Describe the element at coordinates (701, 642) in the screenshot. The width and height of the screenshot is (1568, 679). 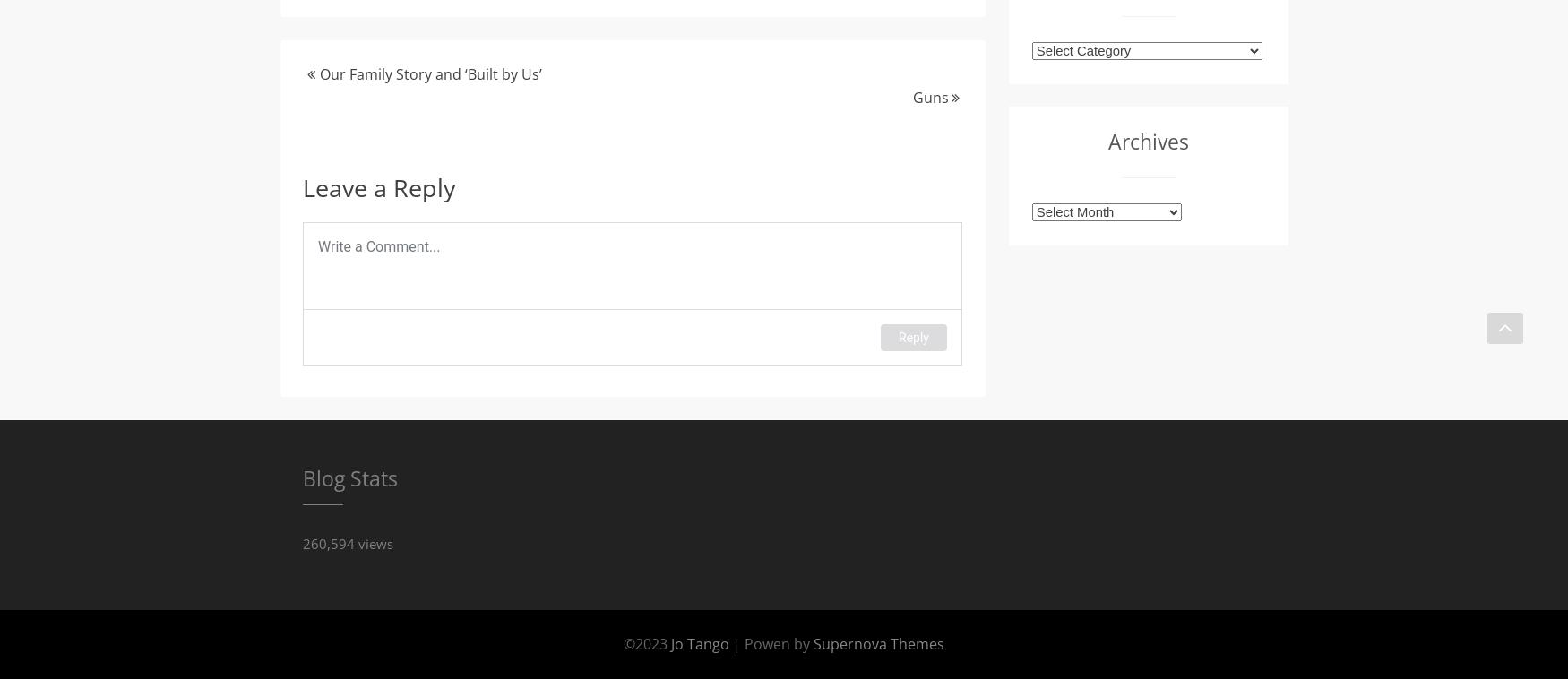
I see `'Jo Tango'` at that location.